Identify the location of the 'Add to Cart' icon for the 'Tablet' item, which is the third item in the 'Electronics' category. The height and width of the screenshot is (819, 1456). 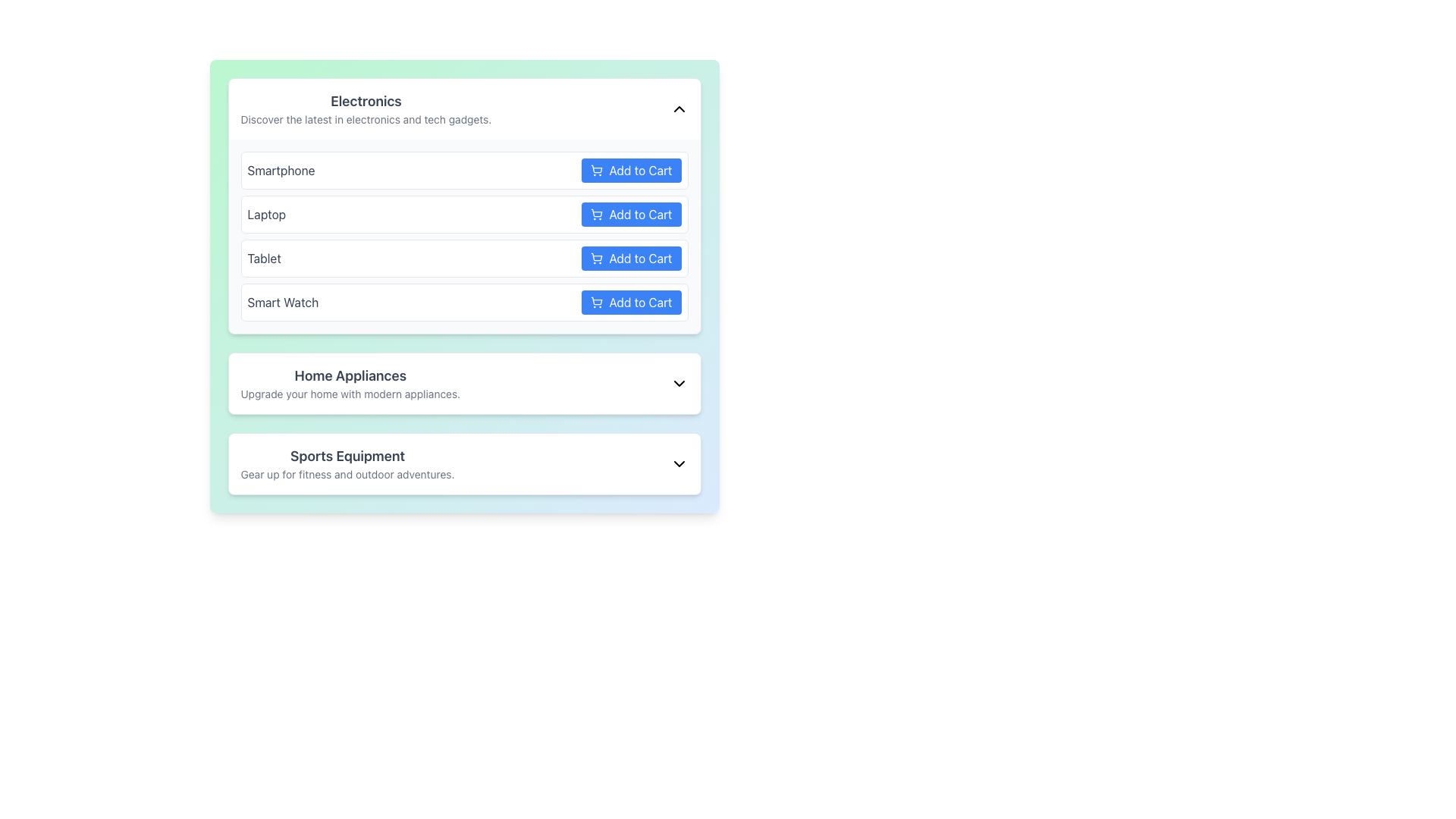
(596, 257).